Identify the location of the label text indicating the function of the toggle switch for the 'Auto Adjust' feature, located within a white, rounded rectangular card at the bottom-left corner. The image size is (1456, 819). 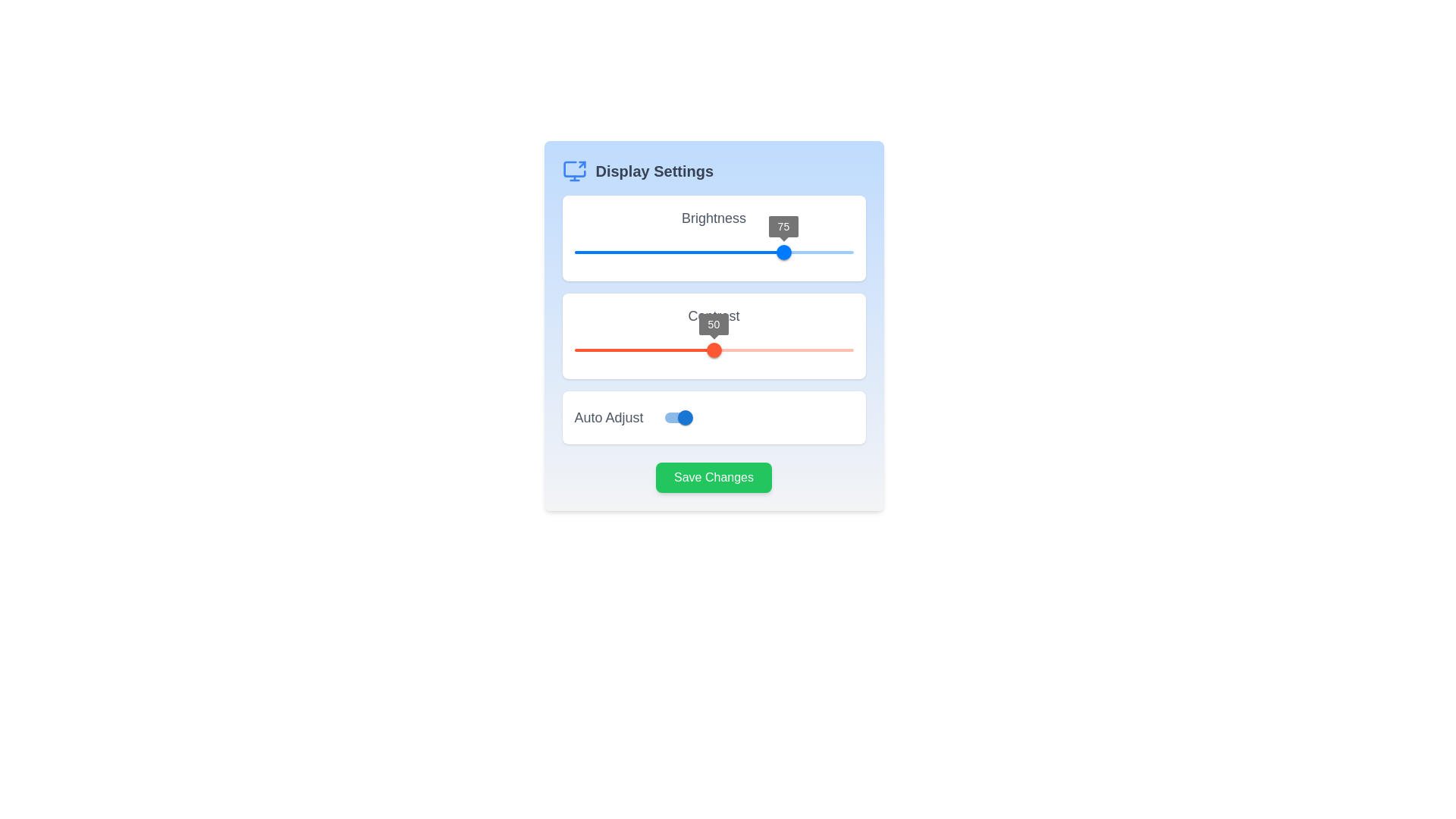
(608, 418).